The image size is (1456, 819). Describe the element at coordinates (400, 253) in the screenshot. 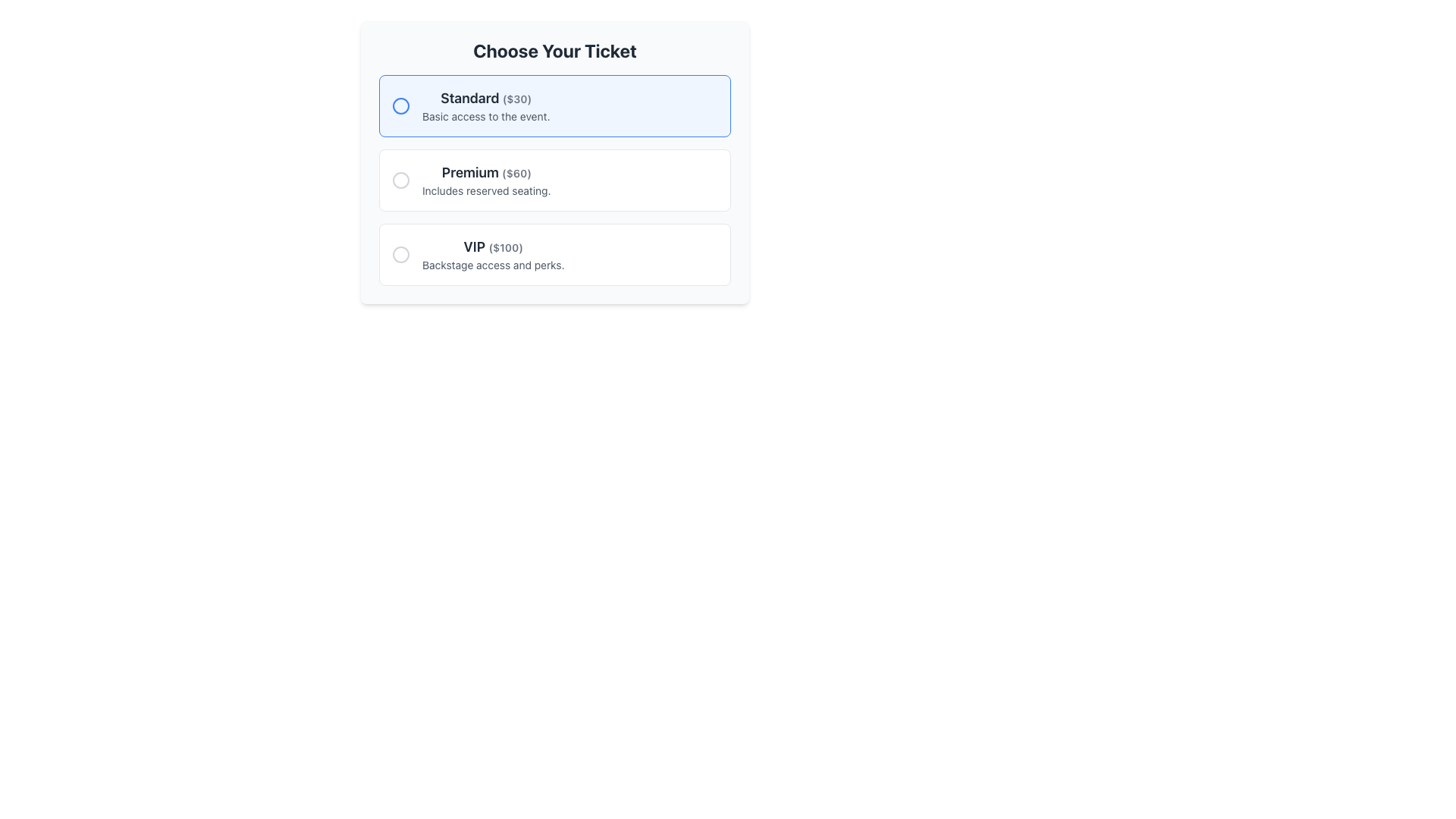

I see `the interactive SVG circle with a radius of approximately 10 units, located in the 'VIP ($100)' option block` at that location.